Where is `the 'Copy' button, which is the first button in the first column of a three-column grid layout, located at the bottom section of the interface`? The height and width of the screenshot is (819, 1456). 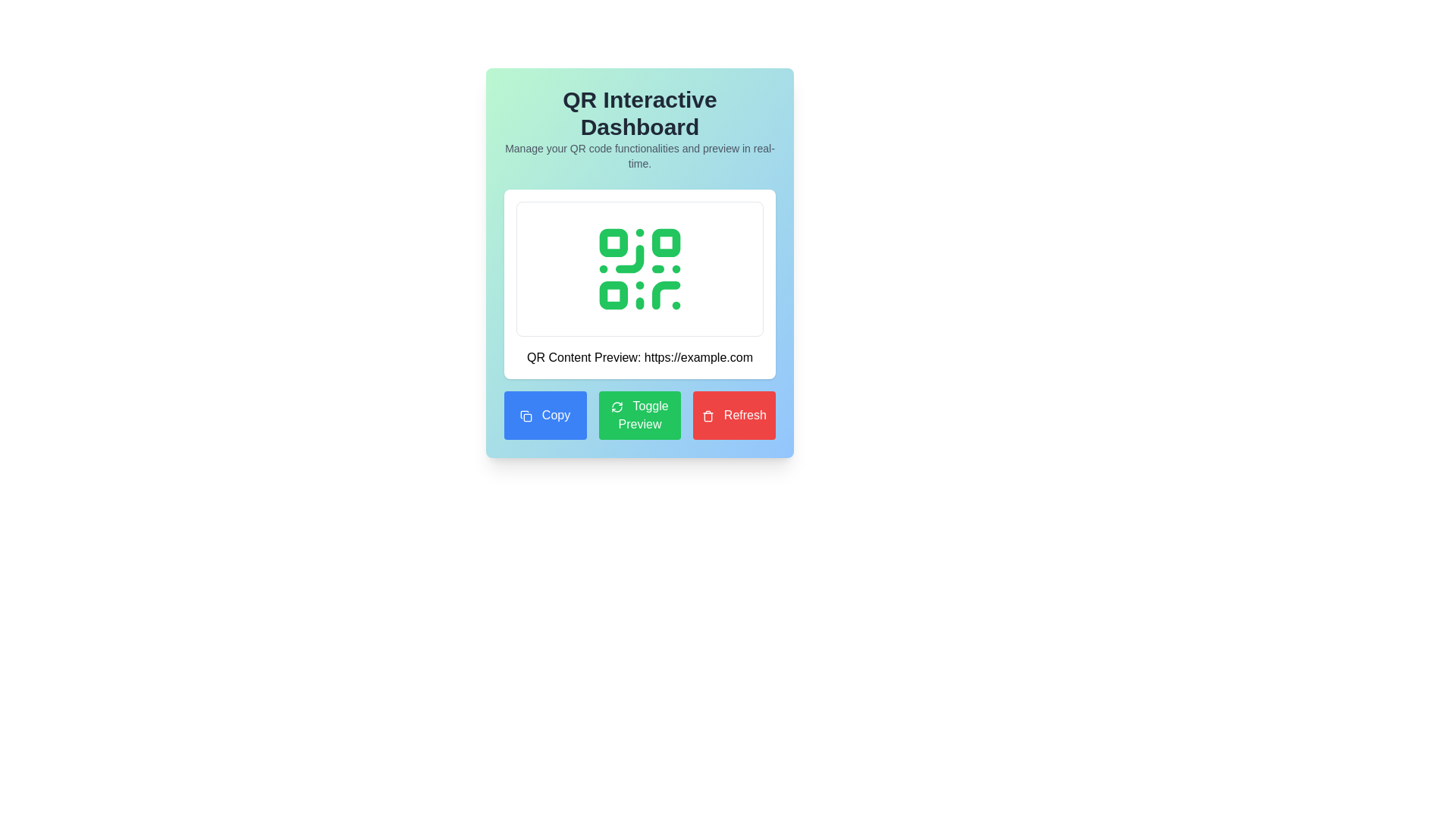 the 'Copy' button, which is the first button in the first column of a three-column grid layout, located at the bottom section of the interface is located at coordinates (545, 415).